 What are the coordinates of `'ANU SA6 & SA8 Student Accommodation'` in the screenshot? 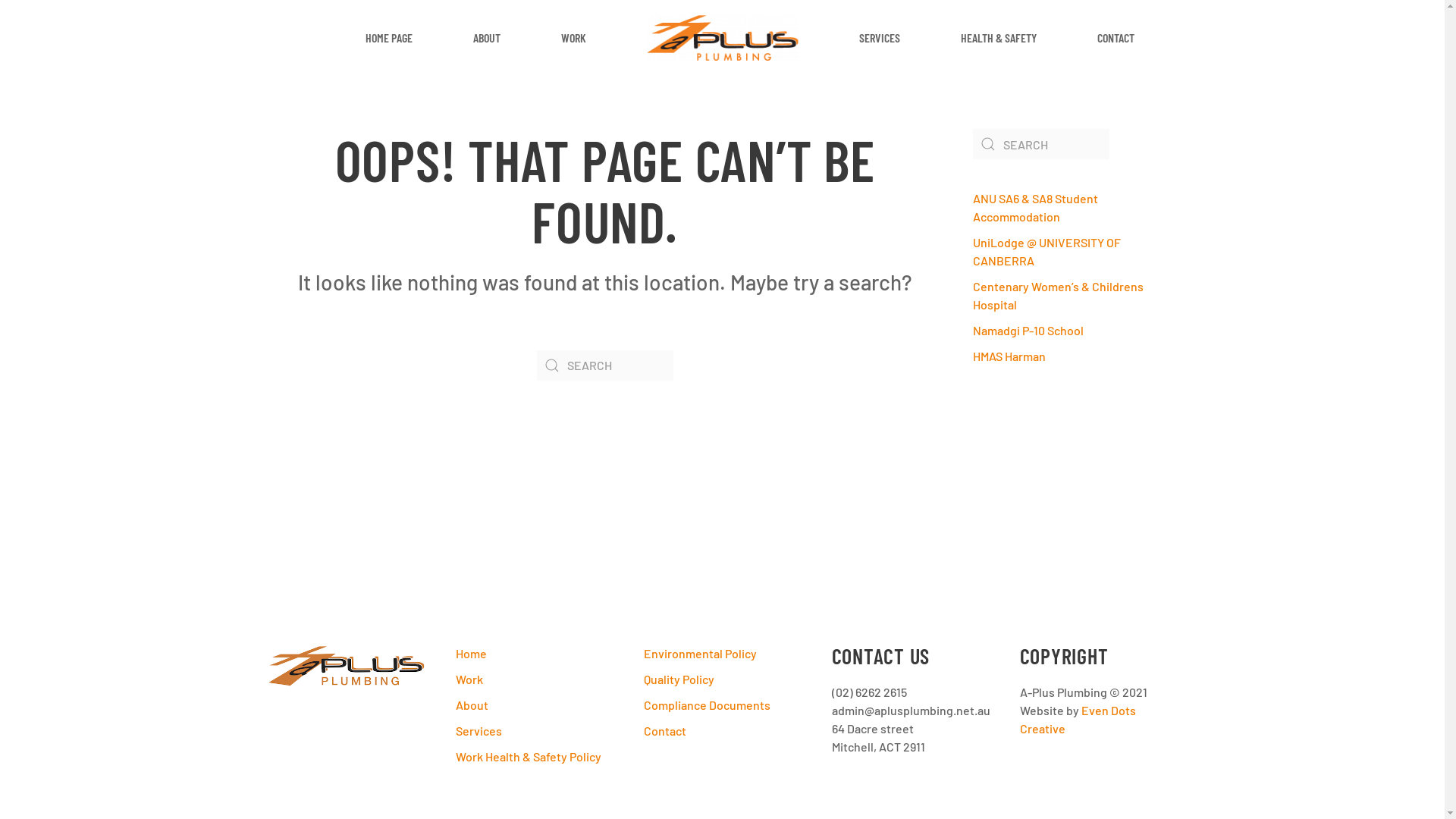 It's located at (1034, 207).